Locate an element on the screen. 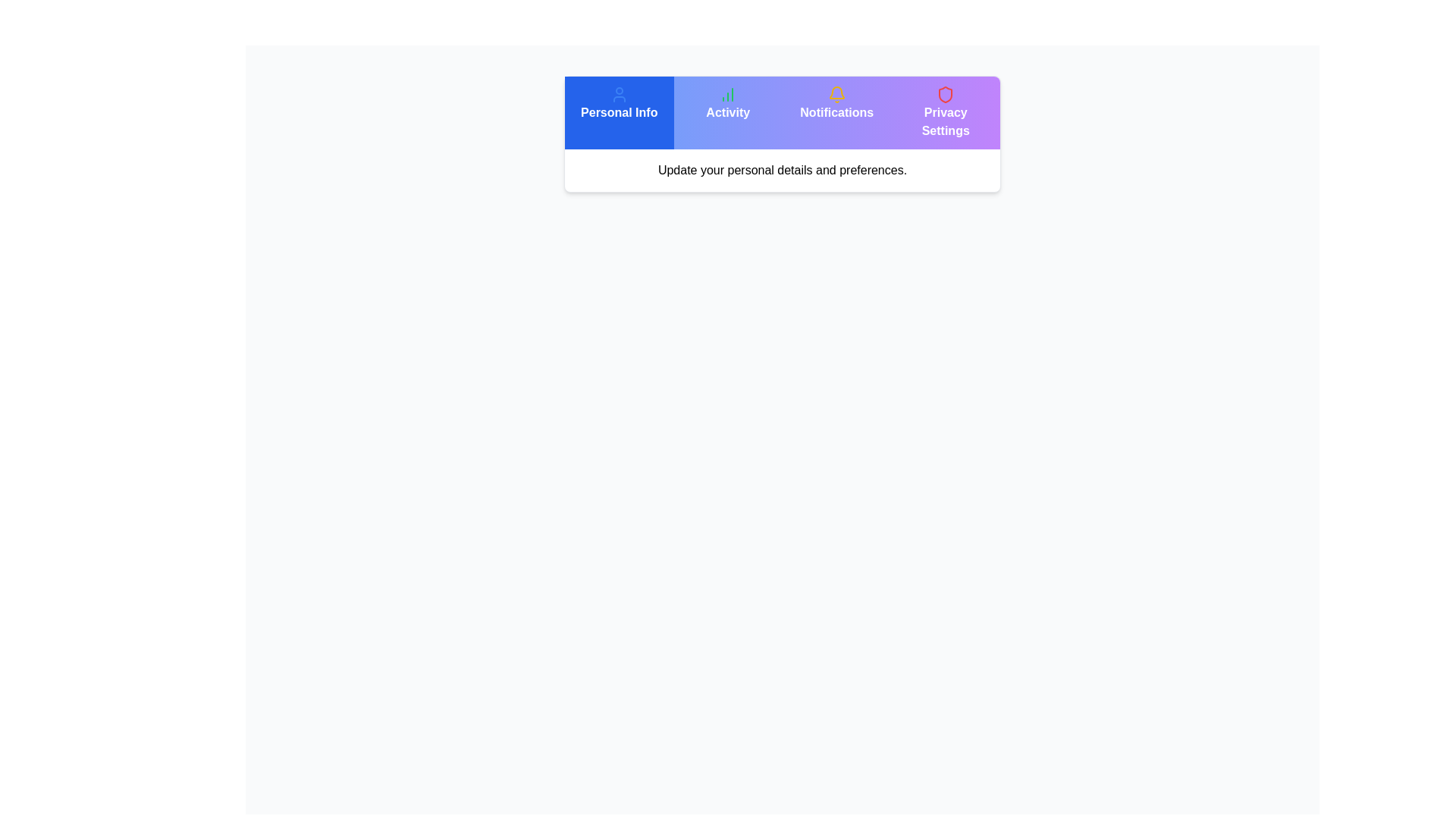  the Personal Info tab to observe visual changes is located at coordinates (619, 112).